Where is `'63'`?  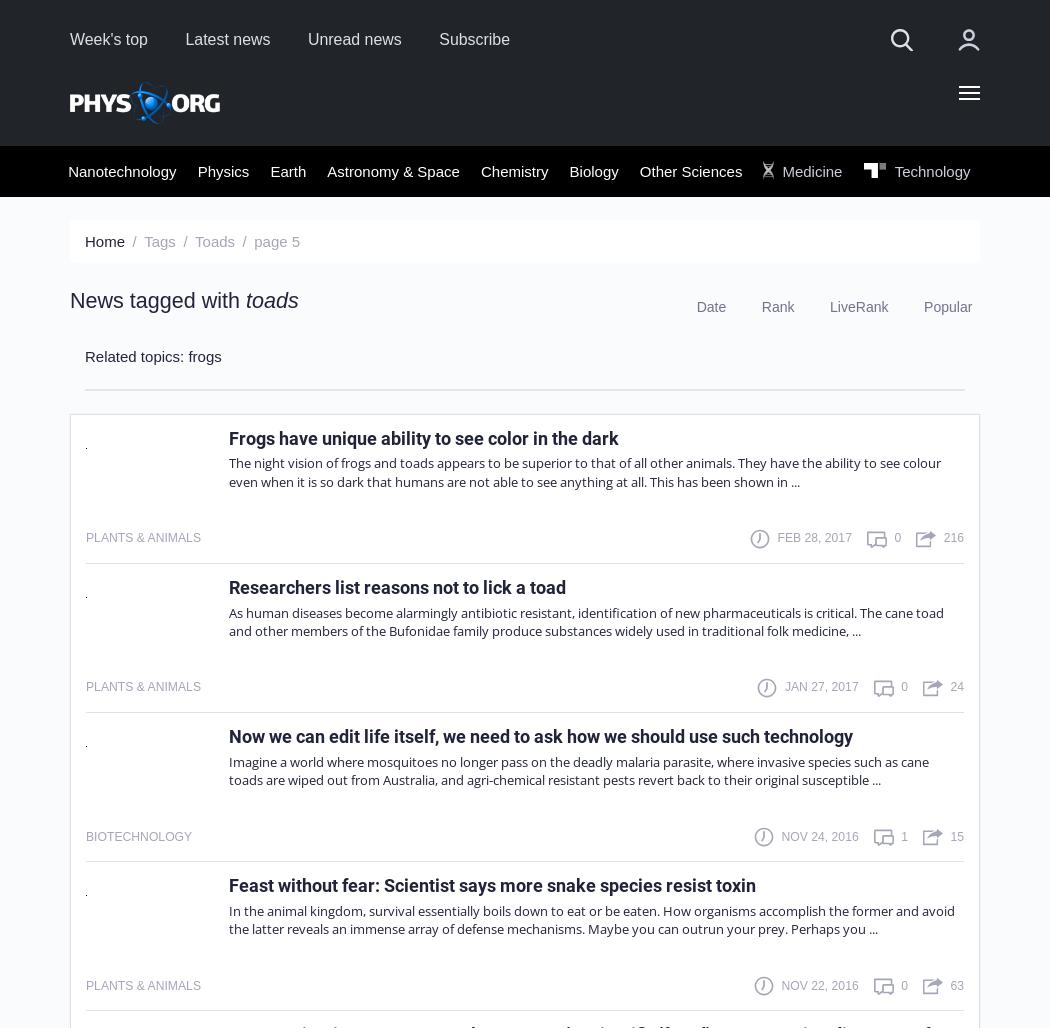 '63' is located at coordinates (955, 984).